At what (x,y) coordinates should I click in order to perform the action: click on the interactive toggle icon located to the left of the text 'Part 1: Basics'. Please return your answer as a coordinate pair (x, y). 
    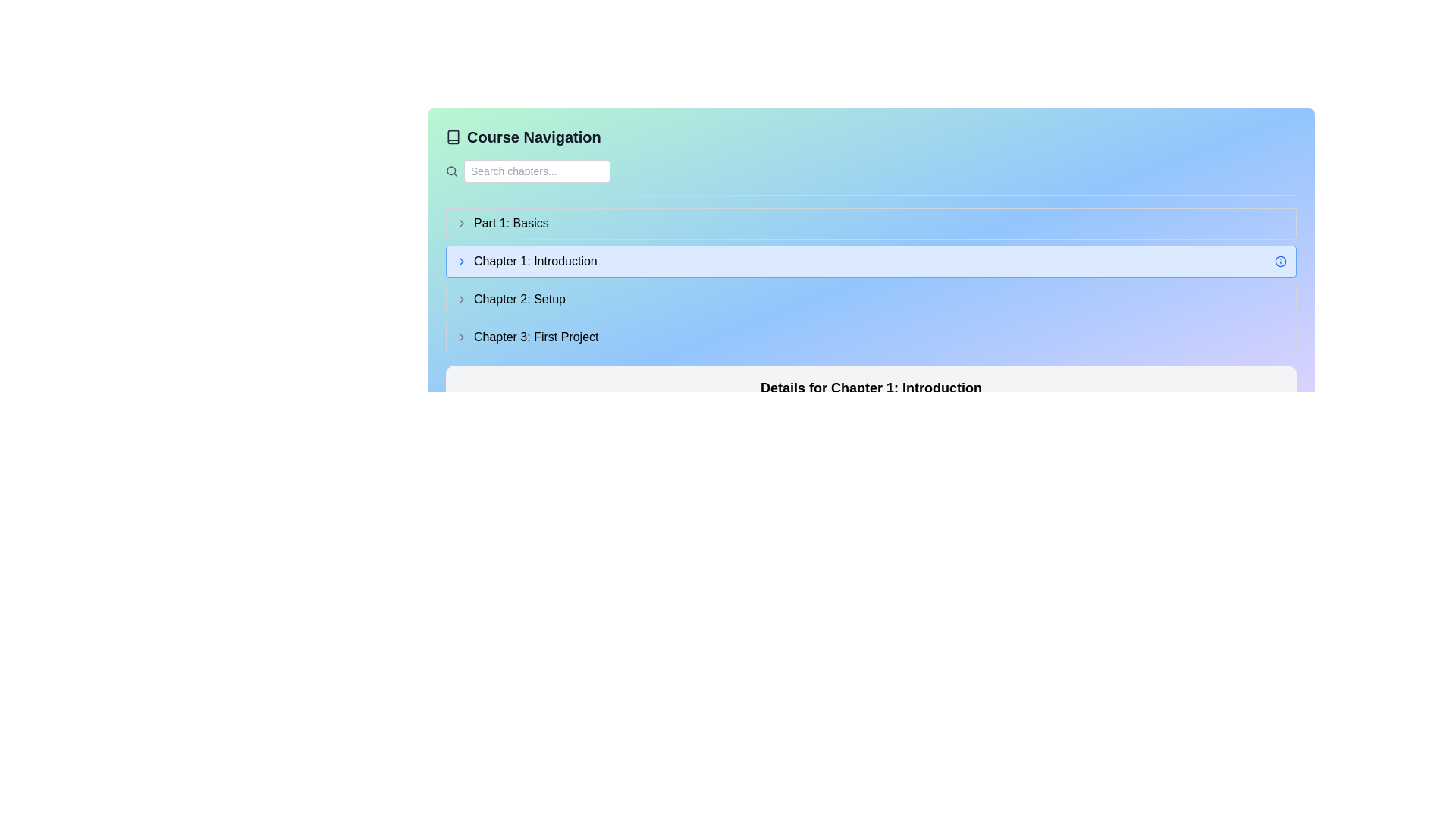
    Looking at the image, I should click on (461, 223).